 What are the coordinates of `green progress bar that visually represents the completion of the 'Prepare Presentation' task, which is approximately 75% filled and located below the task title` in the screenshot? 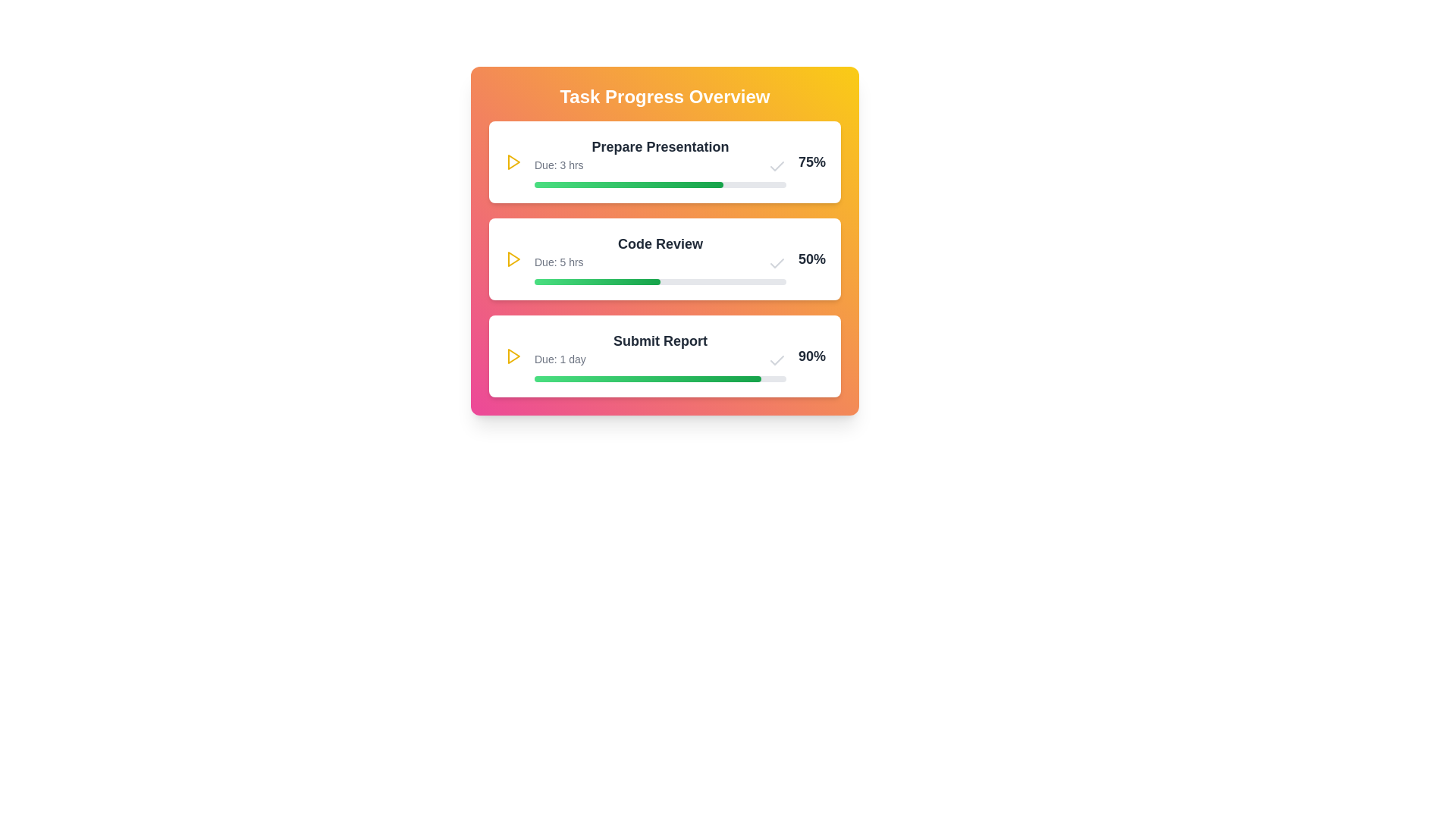 It's located at (629, 184).